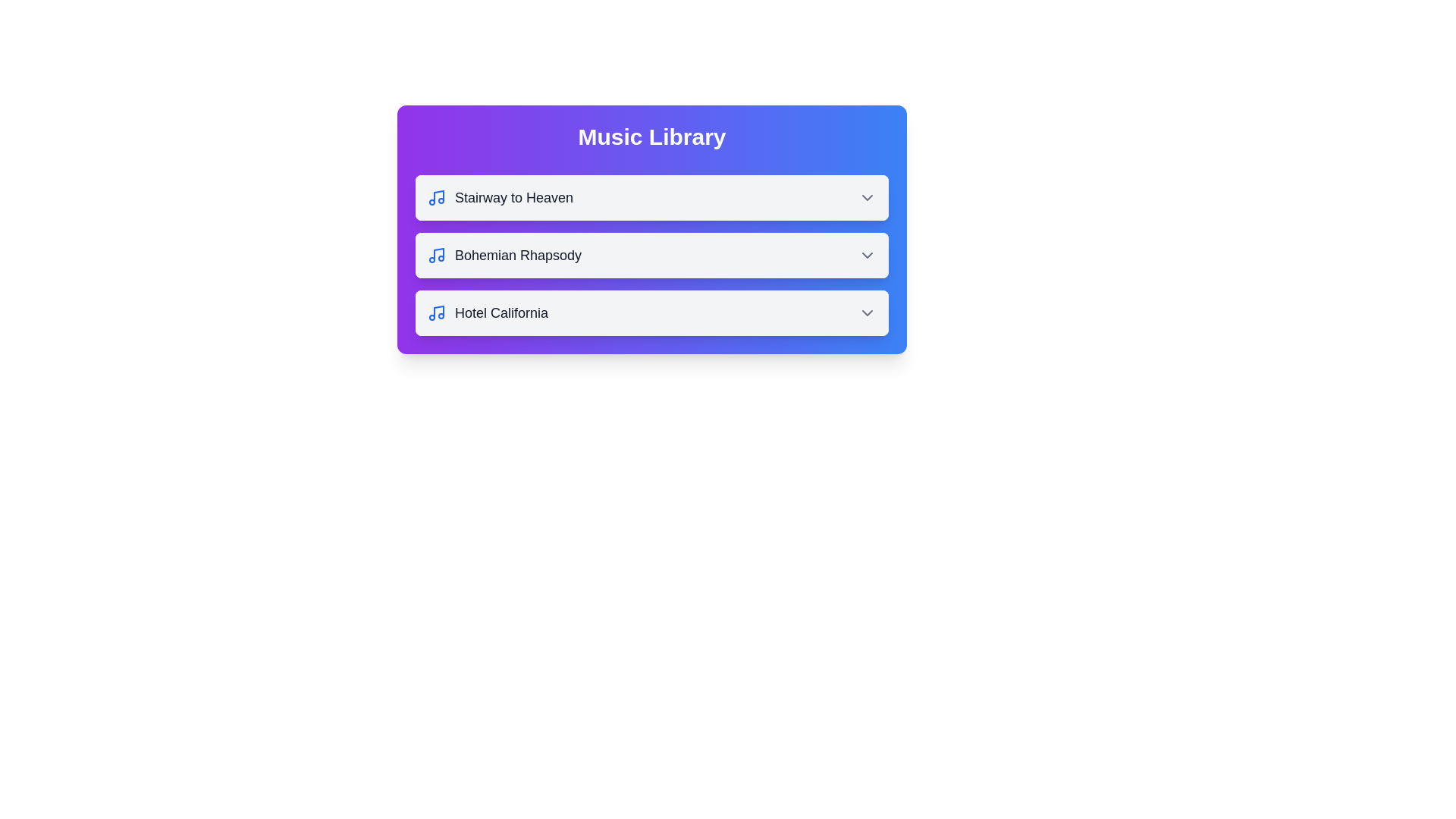  Describe the element at coordinates (651, 254) in the screenshot. I see `the 'Bohemian Rhapsody' list item with dropdown` at that location.